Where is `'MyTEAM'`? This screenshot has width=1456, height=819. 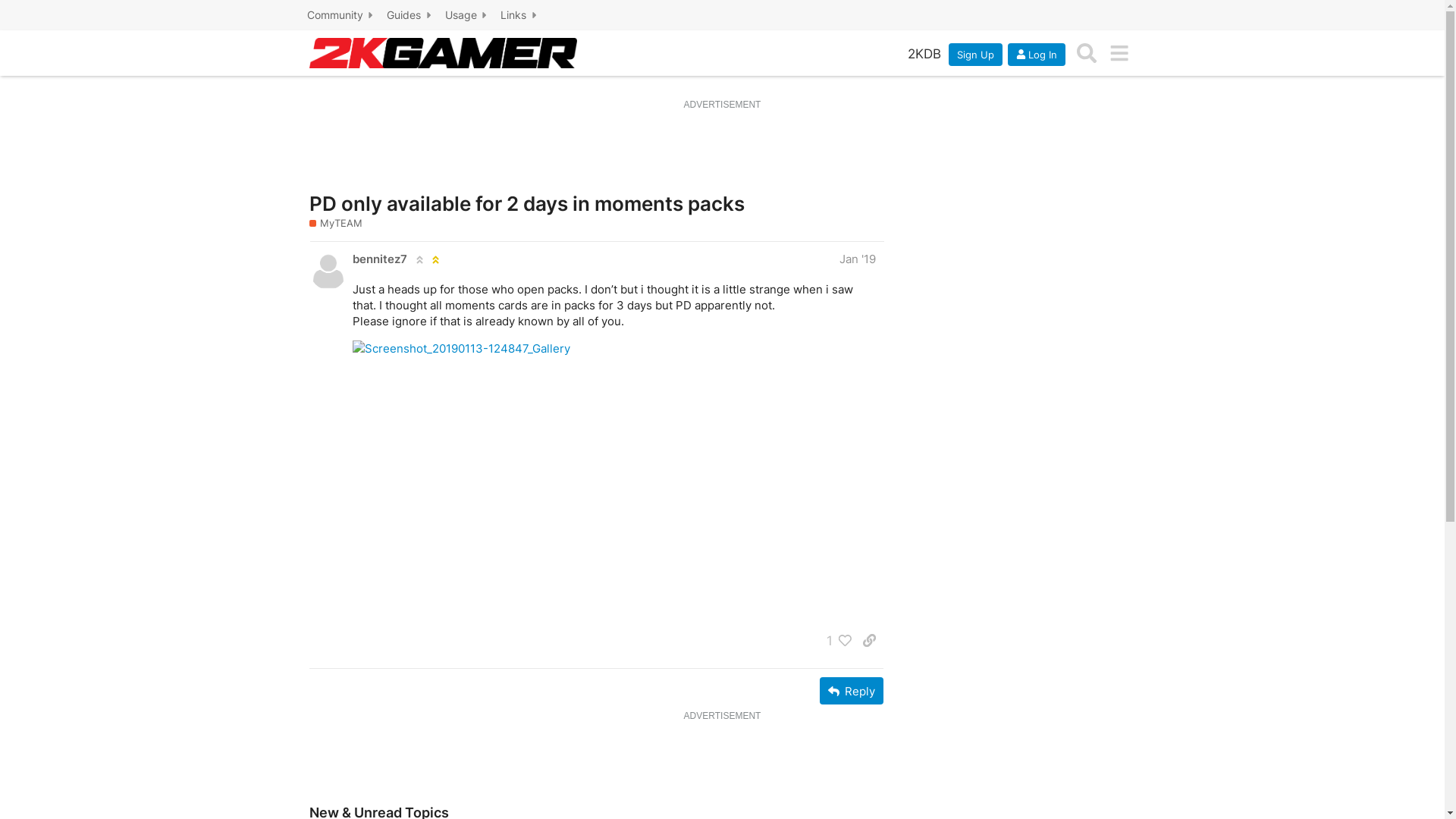
'MyTEAM' is located at coordinates (334, 222).